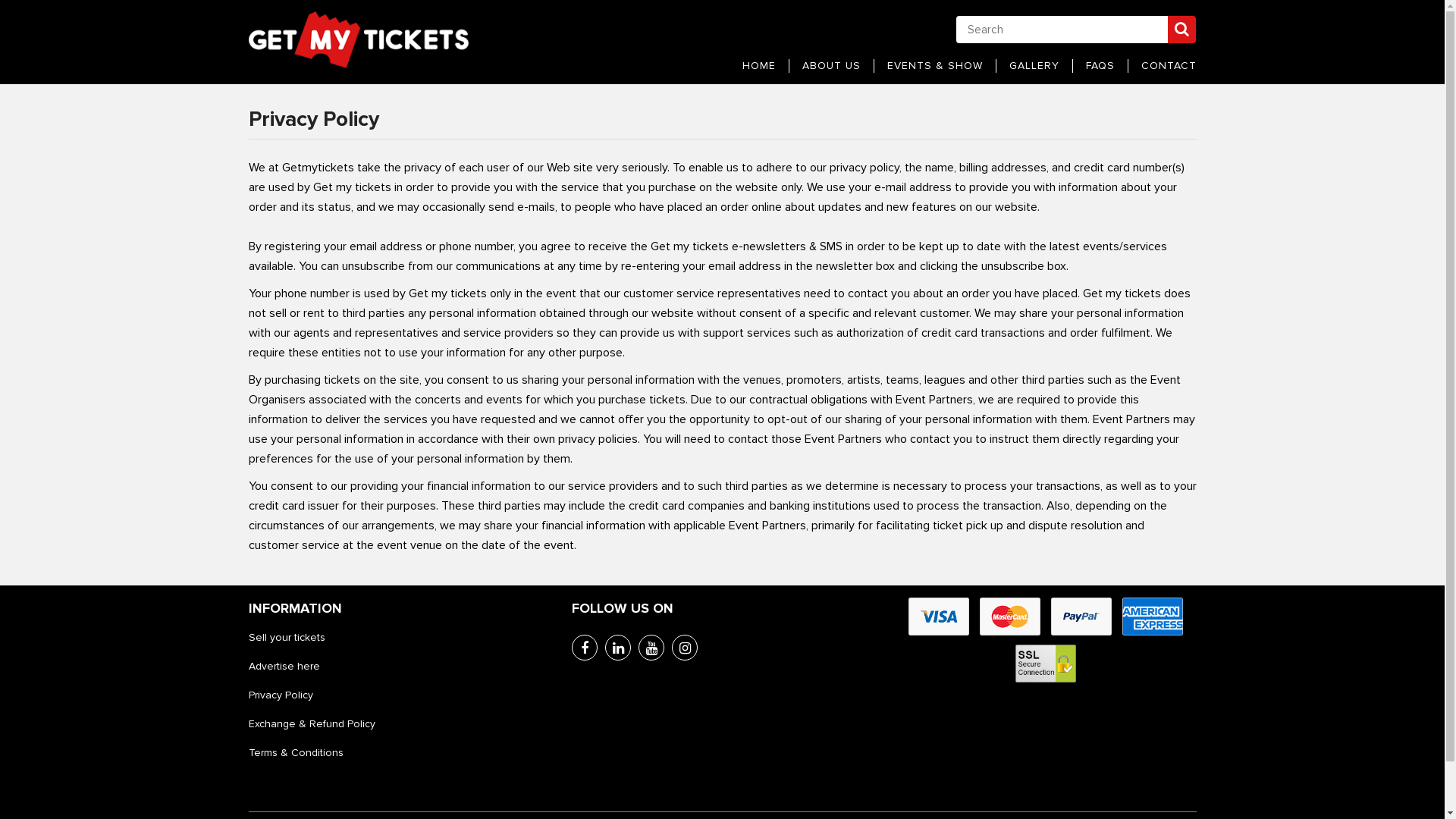 This screenshot has height=819, width=1456. What do you see at coordinates (296, 752) in the screenshot?
I see `'Terms & Conditions'` at bounding box center [296, 752].